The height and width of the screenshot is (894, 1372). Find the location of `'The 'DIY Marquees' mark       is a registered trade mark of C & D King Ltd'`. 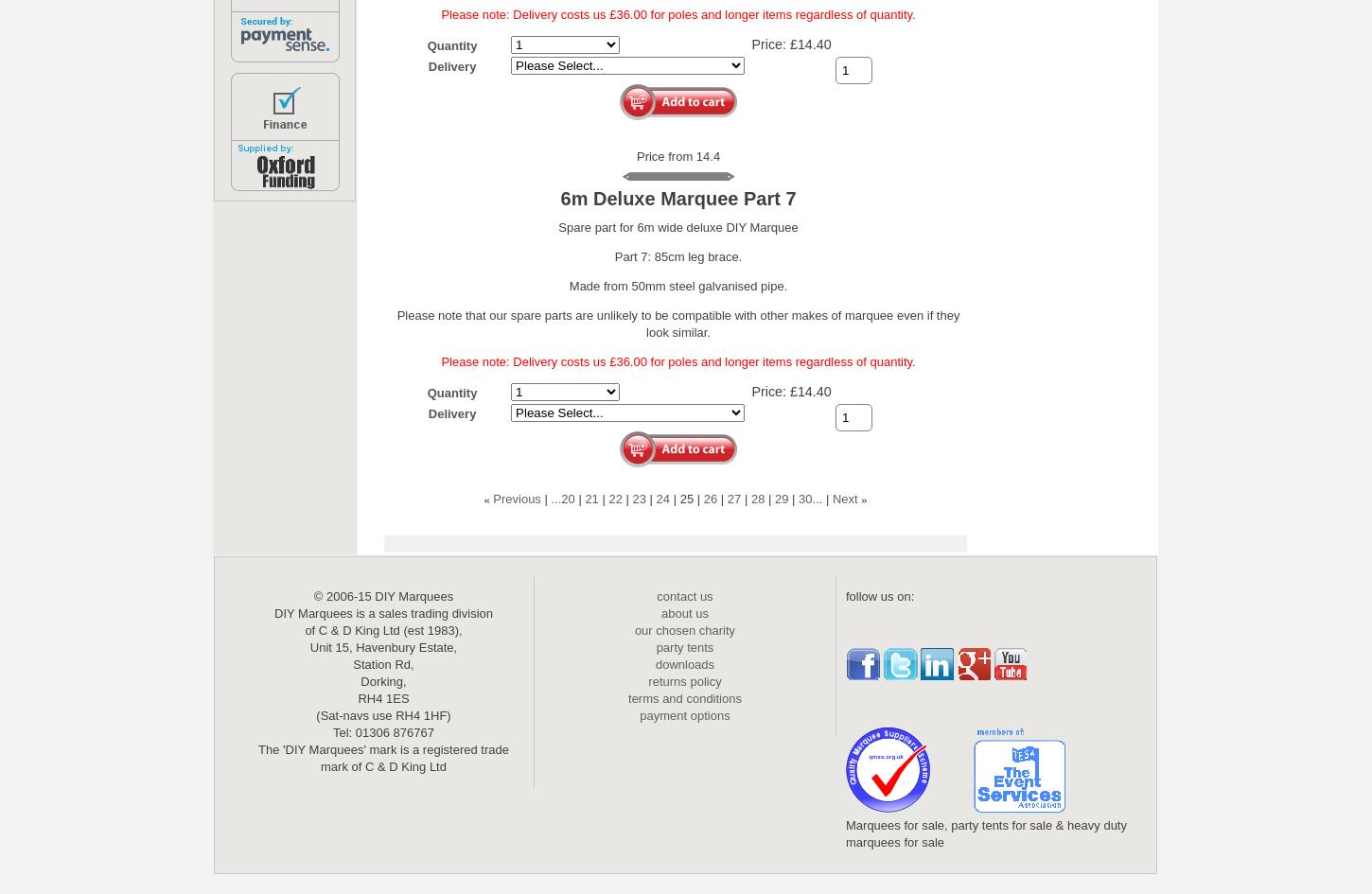

'The 'DIY Marquees' mark       is a registered trade mark of C & D King Ltd' is located at coordinates (381, 757).